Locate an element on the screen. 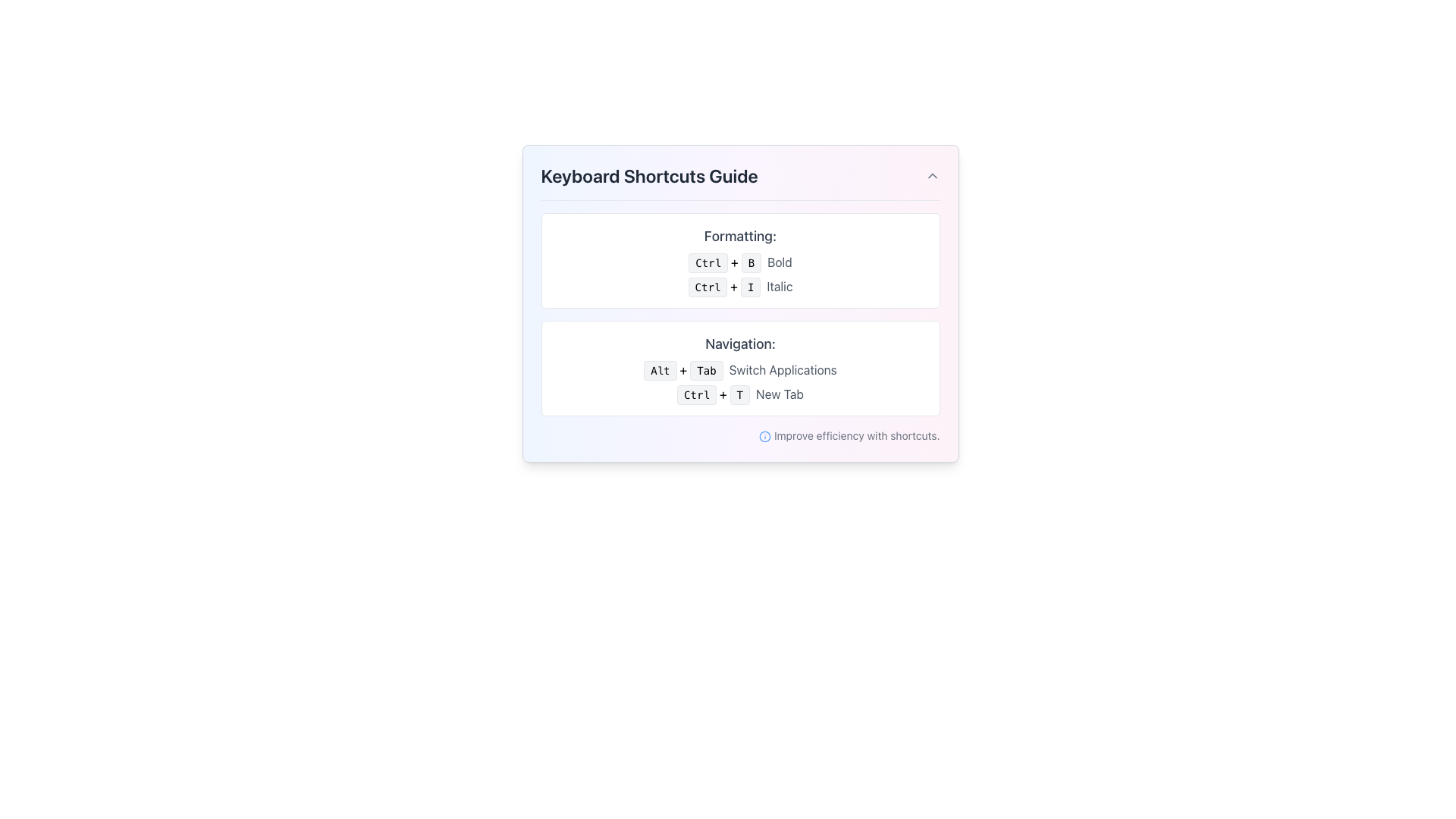 The width and height of the screenshot is (1456, 819). displayed text of the Text label representing the key 'I' in the 'Ctrl+I' shortcut for italic formatting, located in the Formatting section is located at coordinates (751, 287).